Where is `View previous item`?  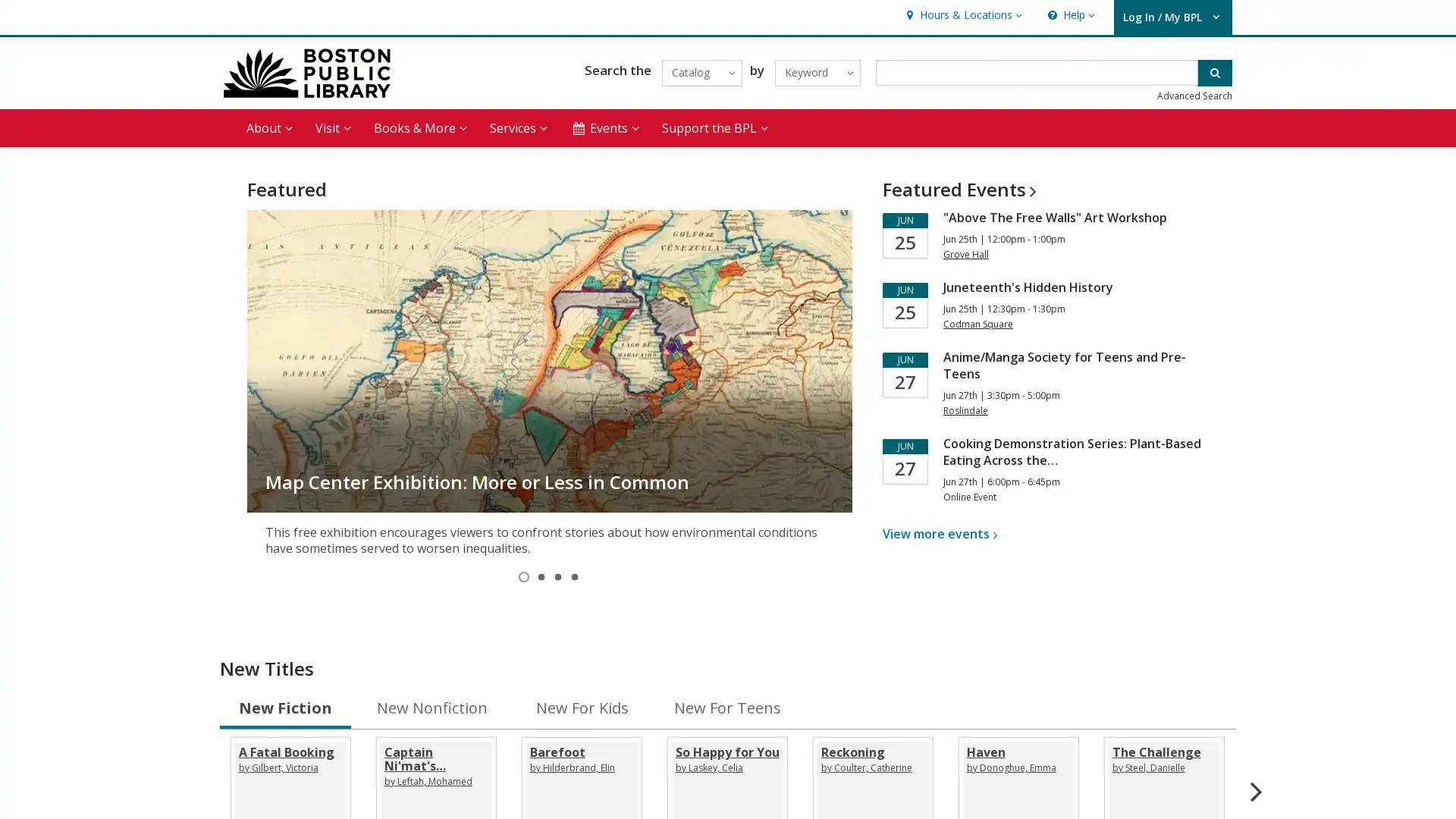
View previous item is located at coordinates (262, 359).